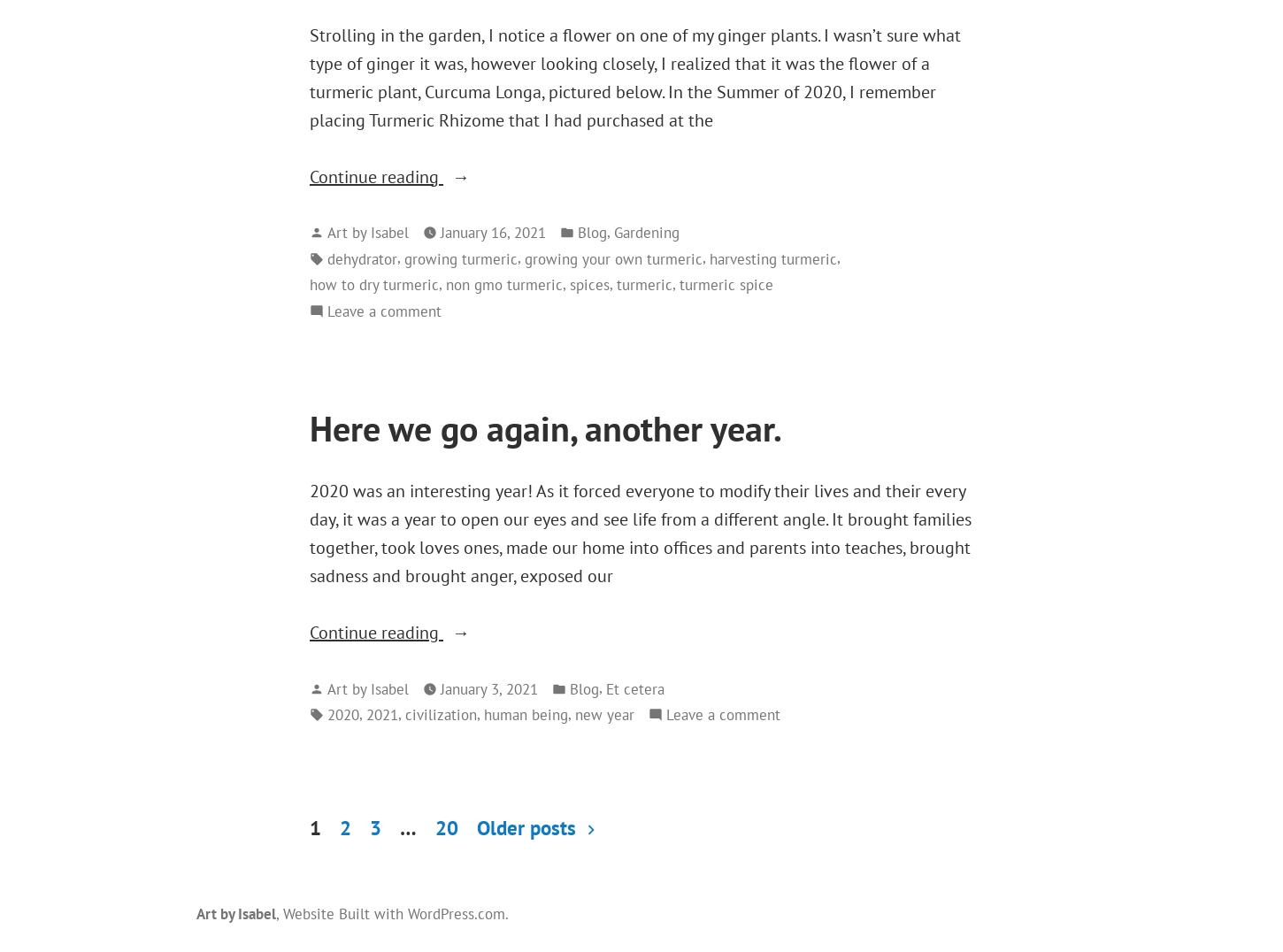 This screenshot has height=952, width=1283. I want to click on '2021', so click(365, 714).